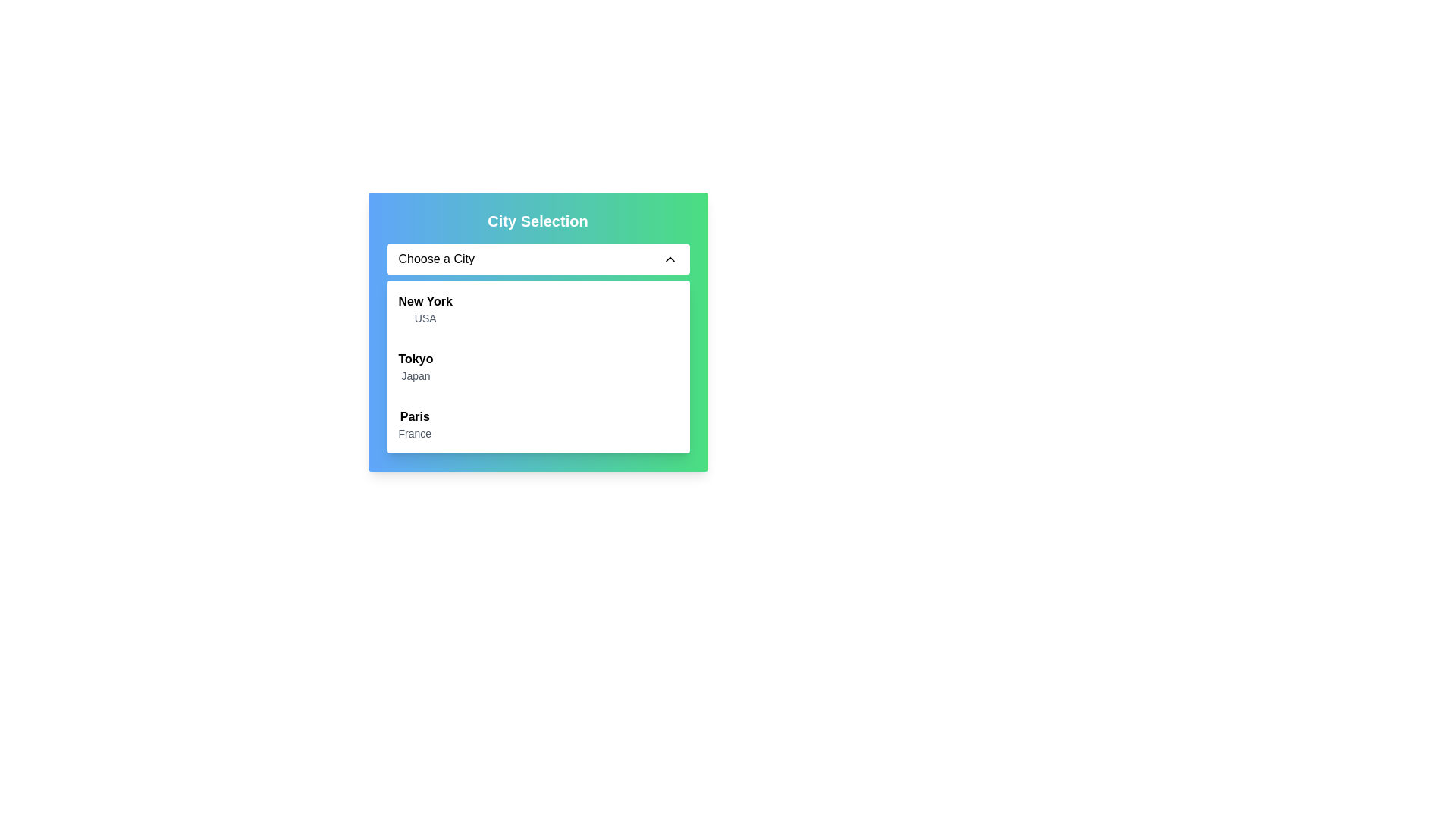 This screenshot has height=819, width=1456. Describe the element at coordinates (416, 366) in the screenshot. I see `to select the city 'Tokyo' from the dropdown list under 'Choose a City'` at that location.